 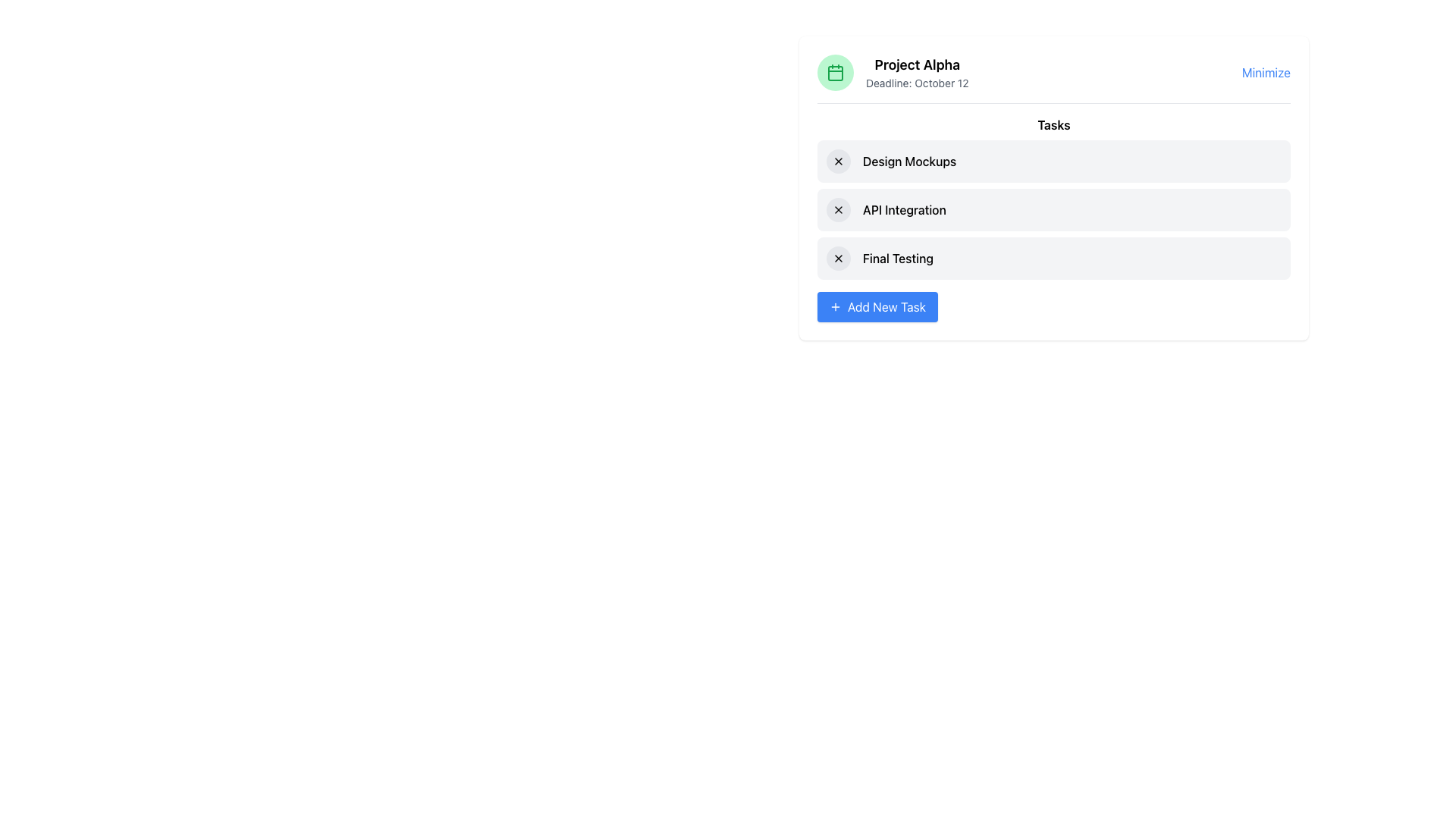 What do you see at coordinates (835, 307) in the screenshot?
I see `the 'Add New Task' icon, which is a graphical icon indicating the addition of a new task, located within the blue button aligned to the left of the text` at bounding box center [835, 307].